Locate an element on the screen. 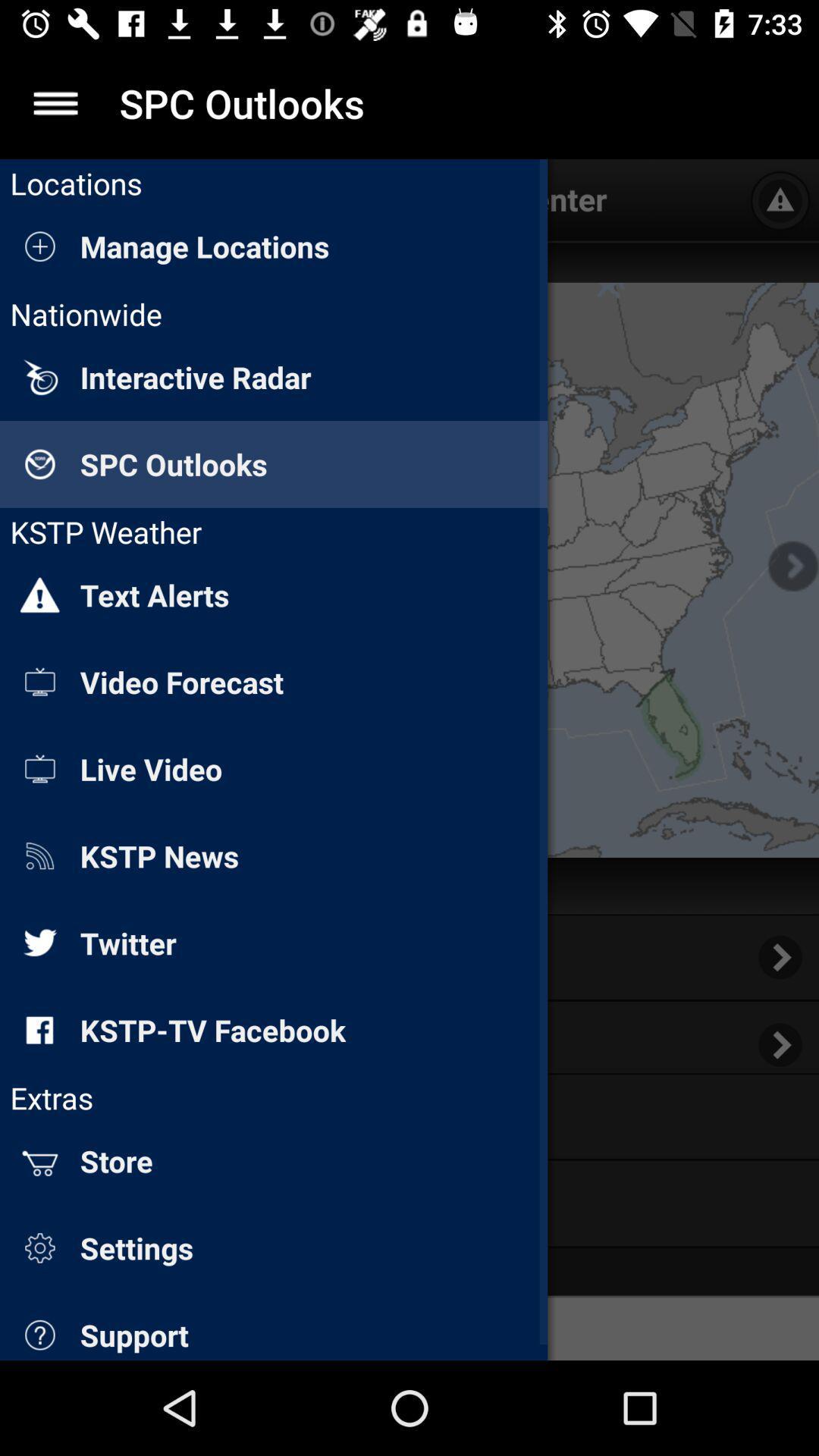 This screenshot has width=819, height=1456. item next to the spc outlooks item is located at coordinates (55, 102).